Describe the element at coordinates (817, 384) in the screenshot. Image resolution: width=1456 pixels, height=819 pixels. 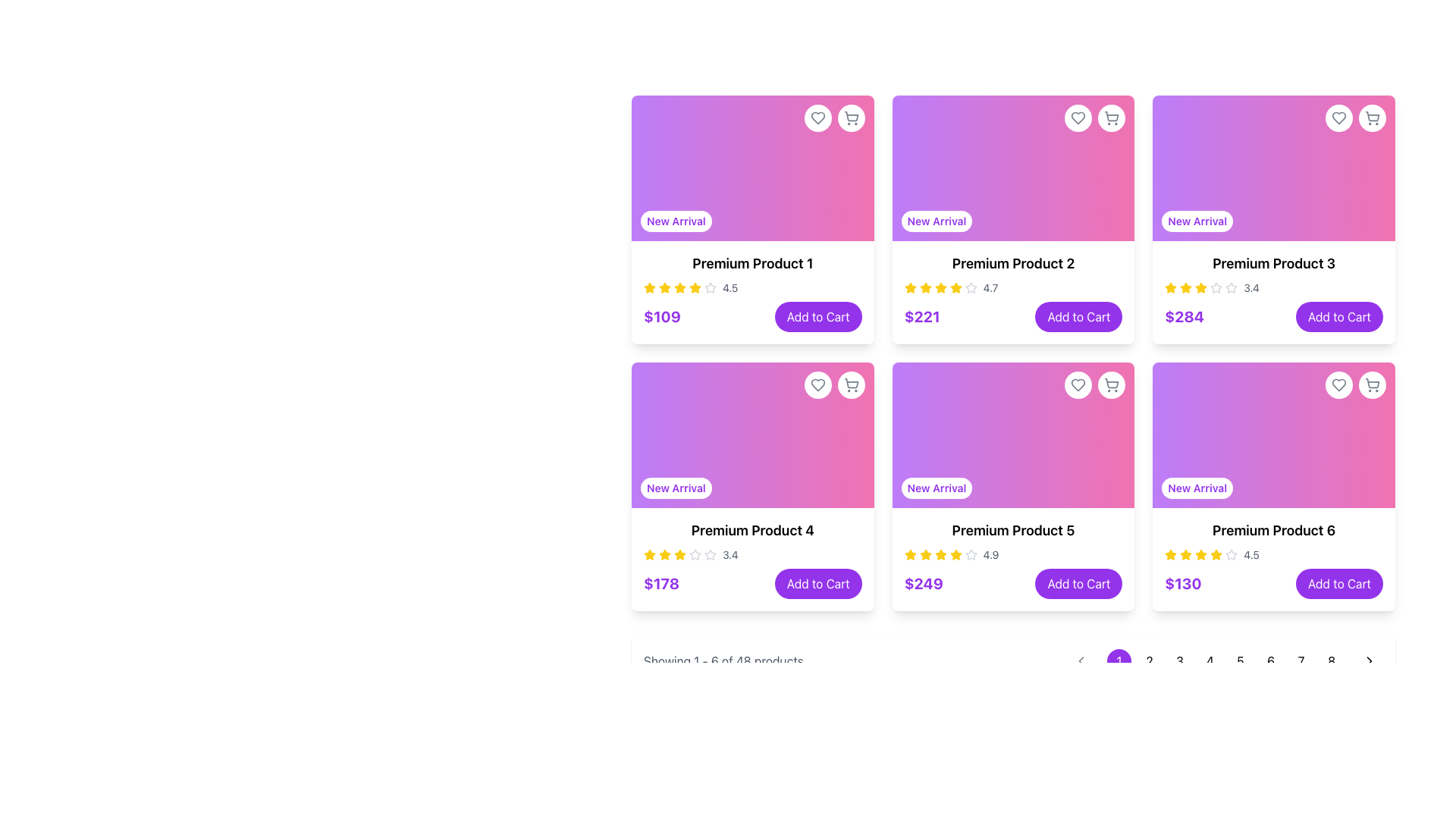
I see `the heart icon located in the top-right corner of the 'Premium Product 5' card` at that location.